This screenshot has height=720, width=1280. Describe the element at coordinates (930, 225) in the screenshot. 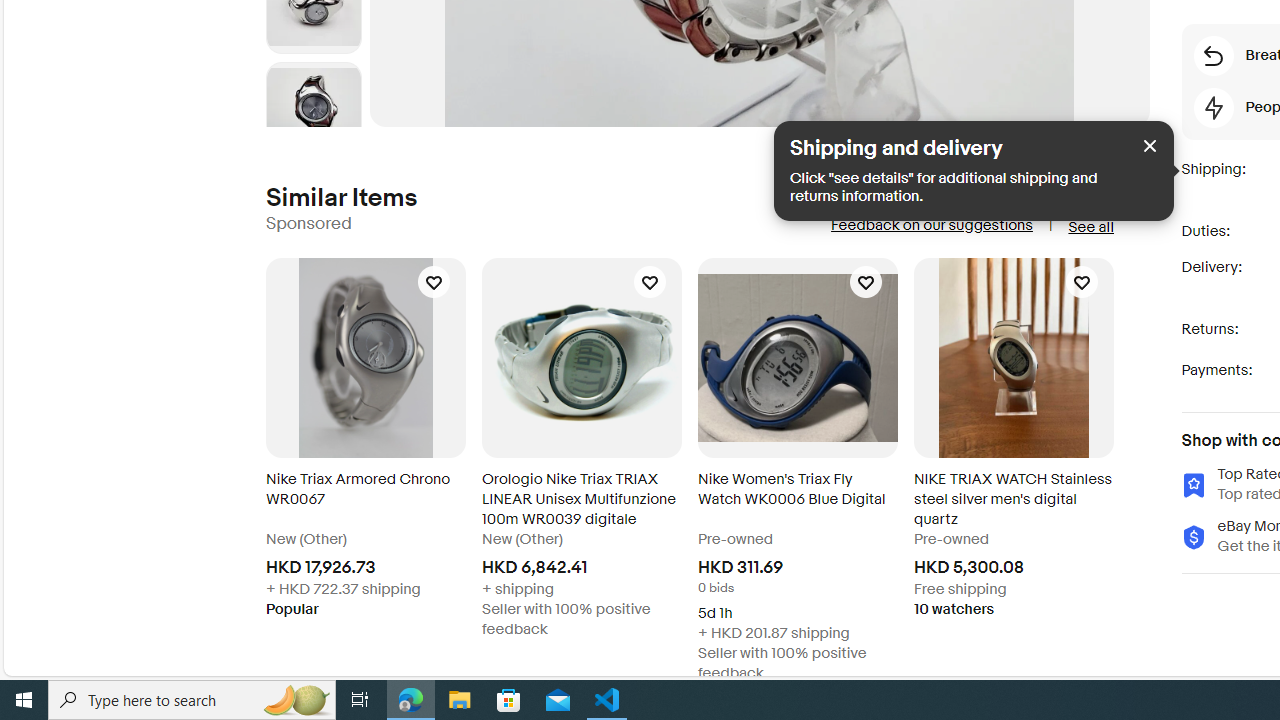

I see `'Feedback on our suggestions'` at that location.